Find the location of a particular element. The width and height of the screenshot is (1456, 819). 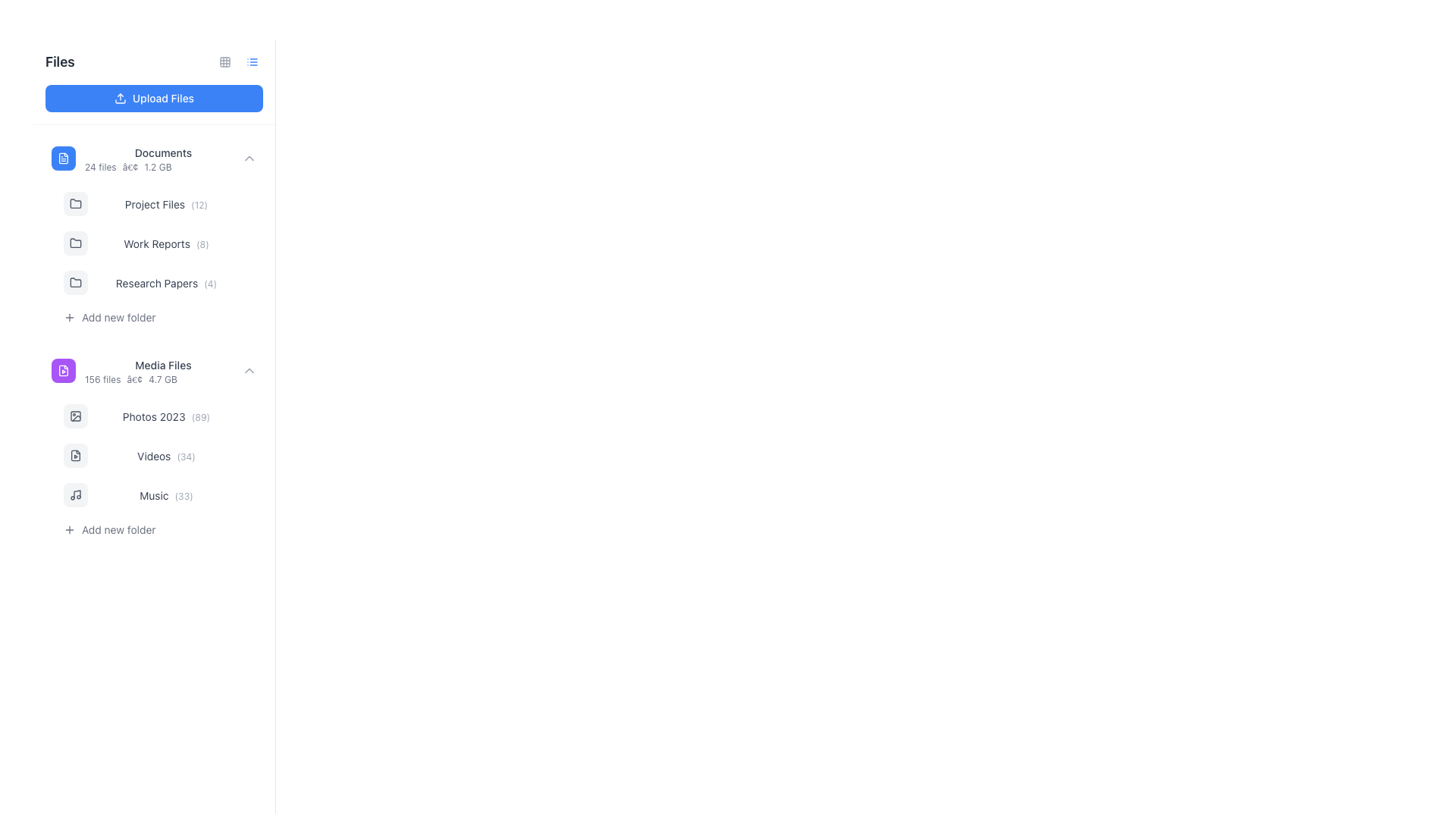

the text label element displaying 'Videos' in the left-side hierarchical navigation menu under 'Media Files', positioned to the left of the count '(34)' is located at coordinates (154, 455).